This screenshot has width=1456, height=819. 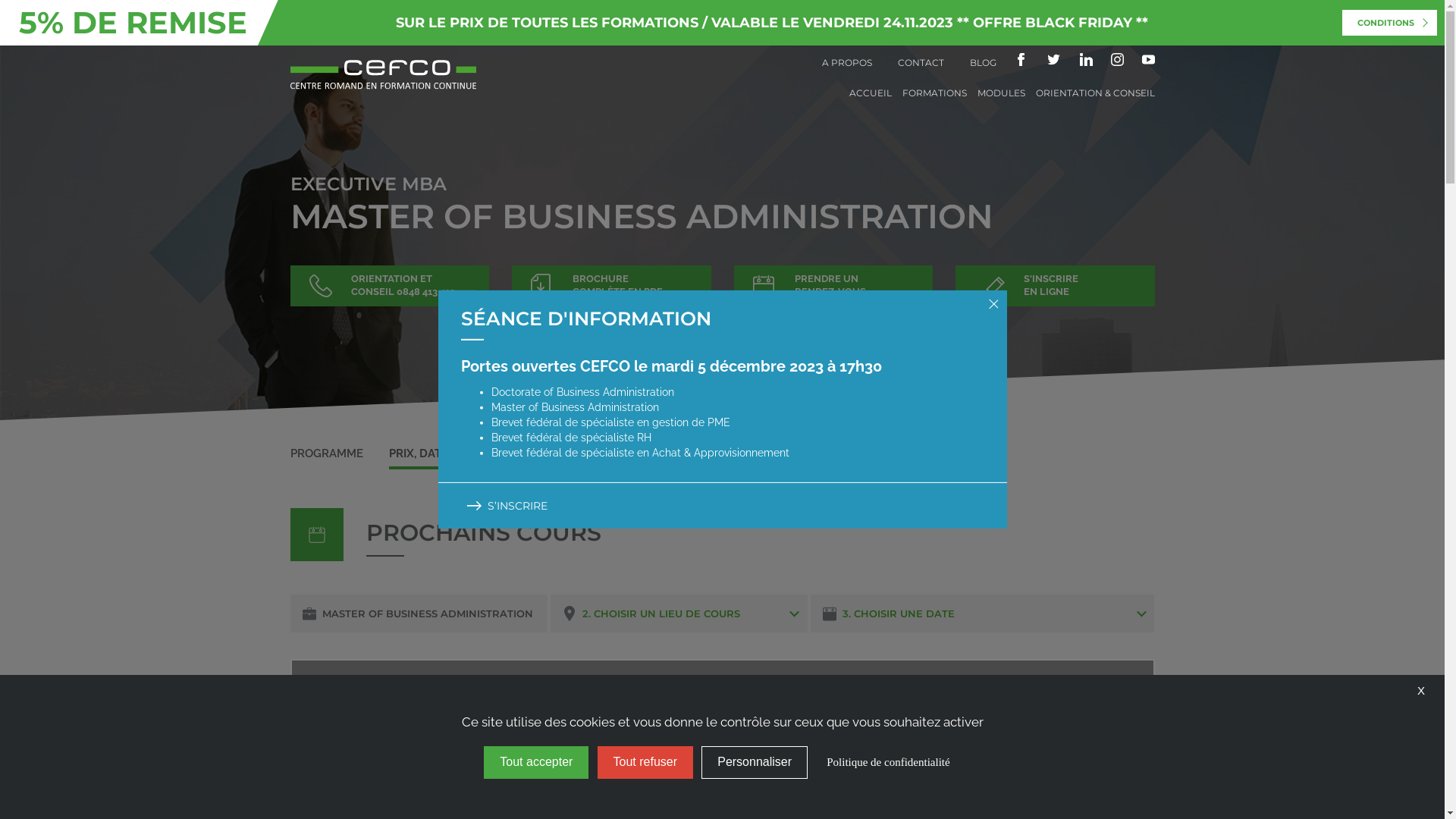 What do you see at coordinates (898, 61) in the screenshot?
I see `'CONTACT'` at bounding box center [898, 61].